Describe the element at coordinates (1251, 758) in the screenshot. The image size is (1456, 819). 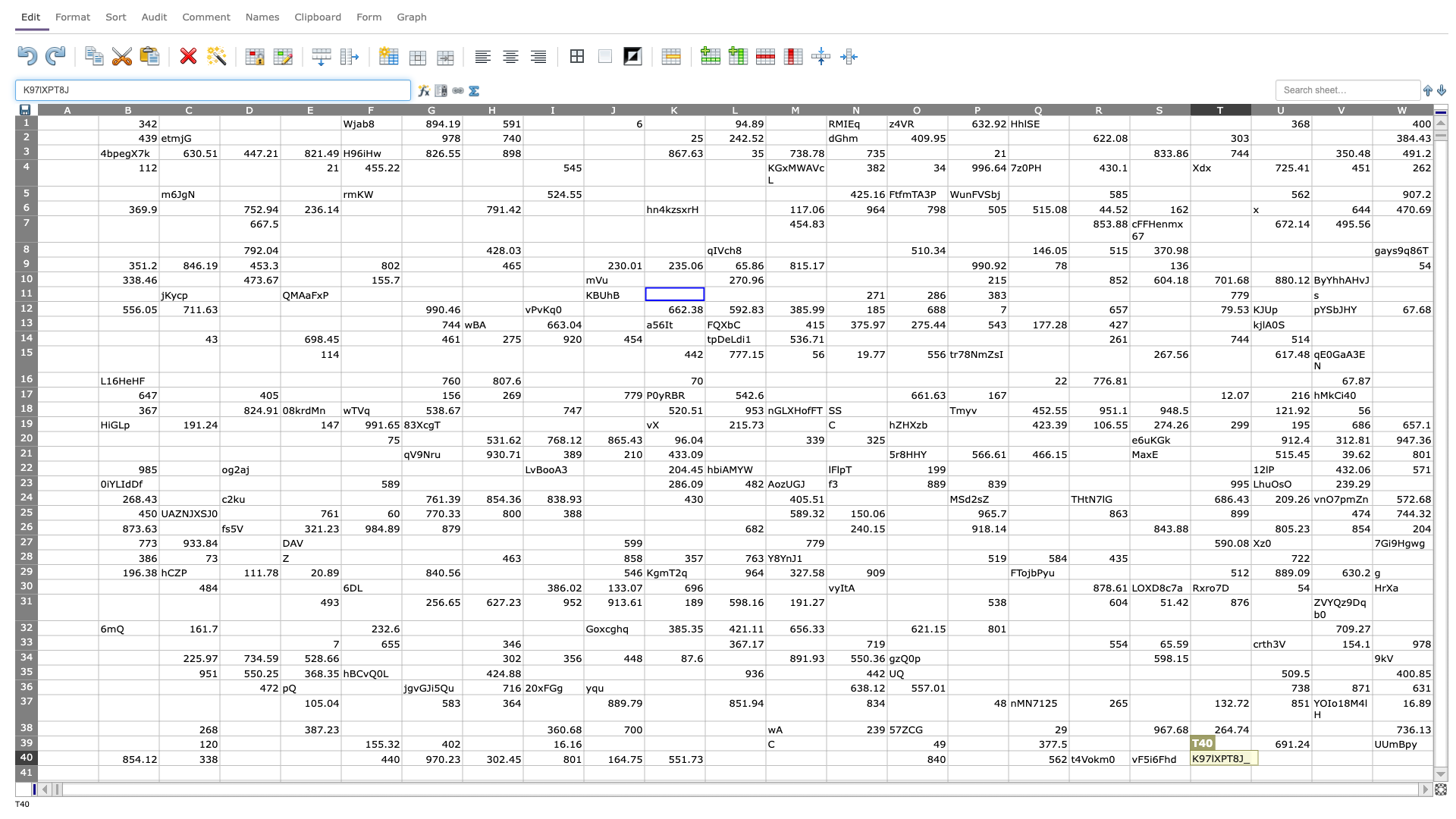
I see `Left border of cell U-40` at that location.